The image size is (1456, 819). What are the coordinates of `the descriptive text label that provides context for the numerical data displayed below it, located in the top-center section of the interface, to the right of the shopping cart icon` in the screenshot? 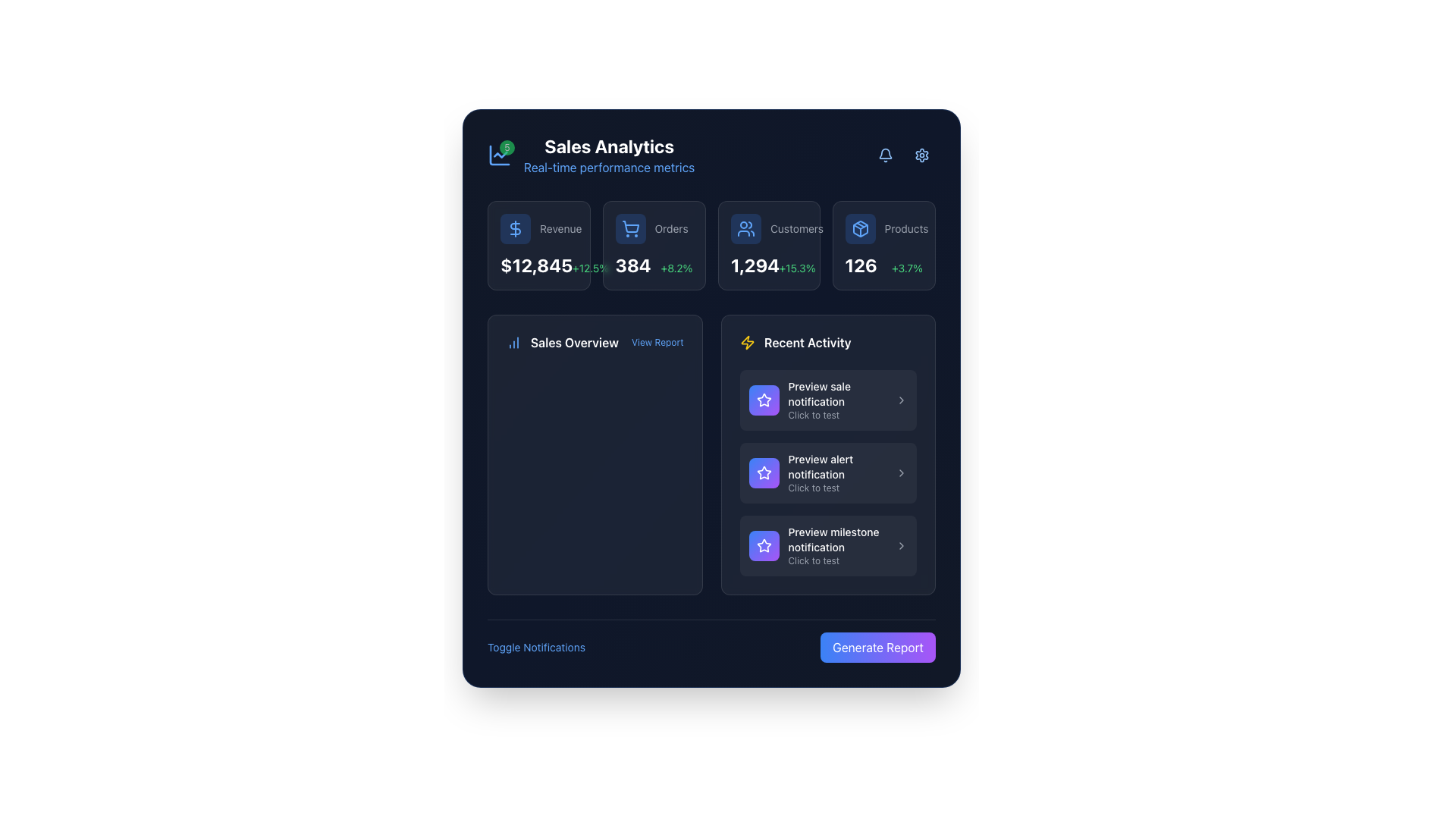 It's located at (670, 228).